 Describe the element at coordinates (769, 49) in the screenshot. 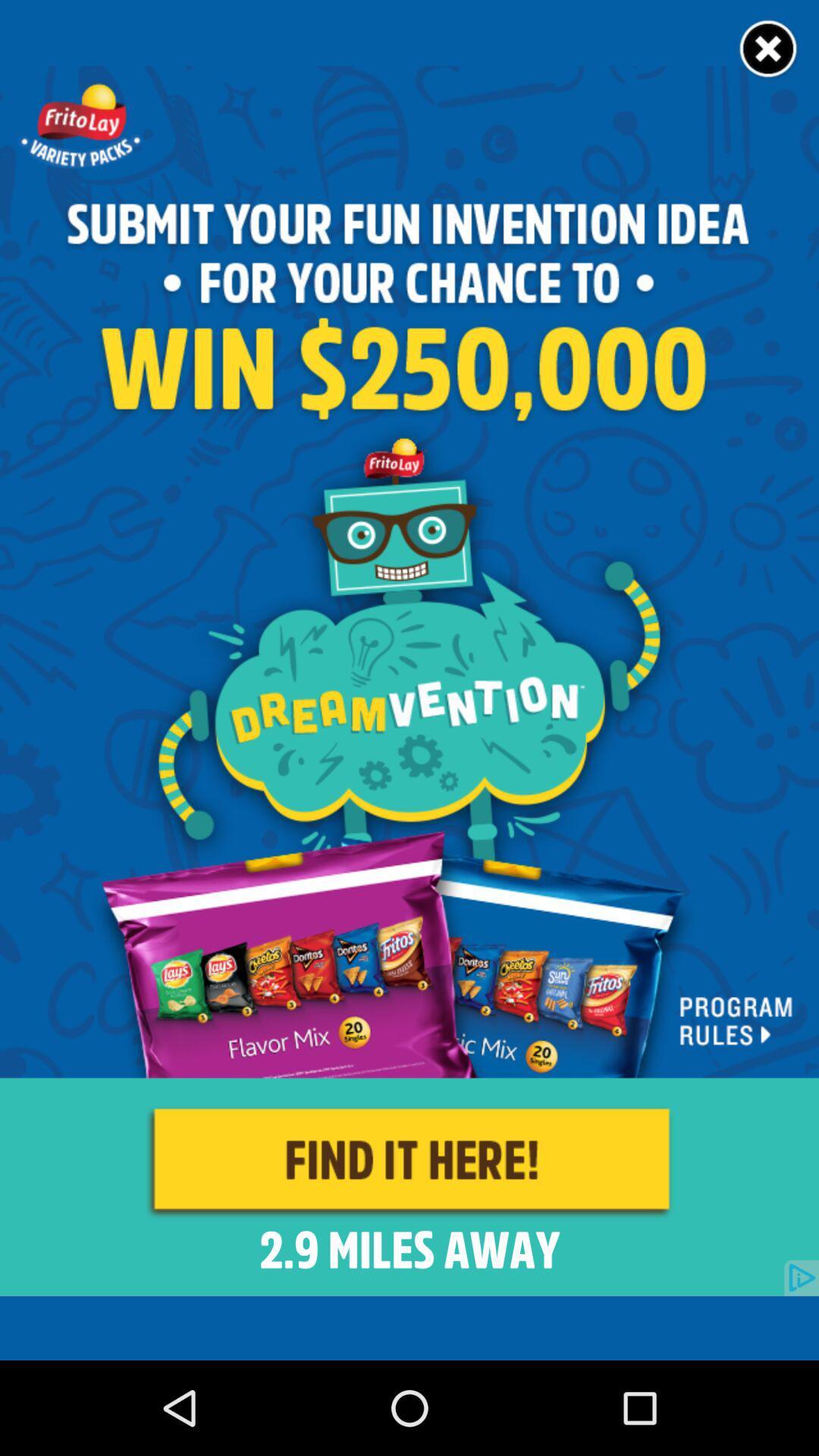

I see `advertisement close button` at that location.